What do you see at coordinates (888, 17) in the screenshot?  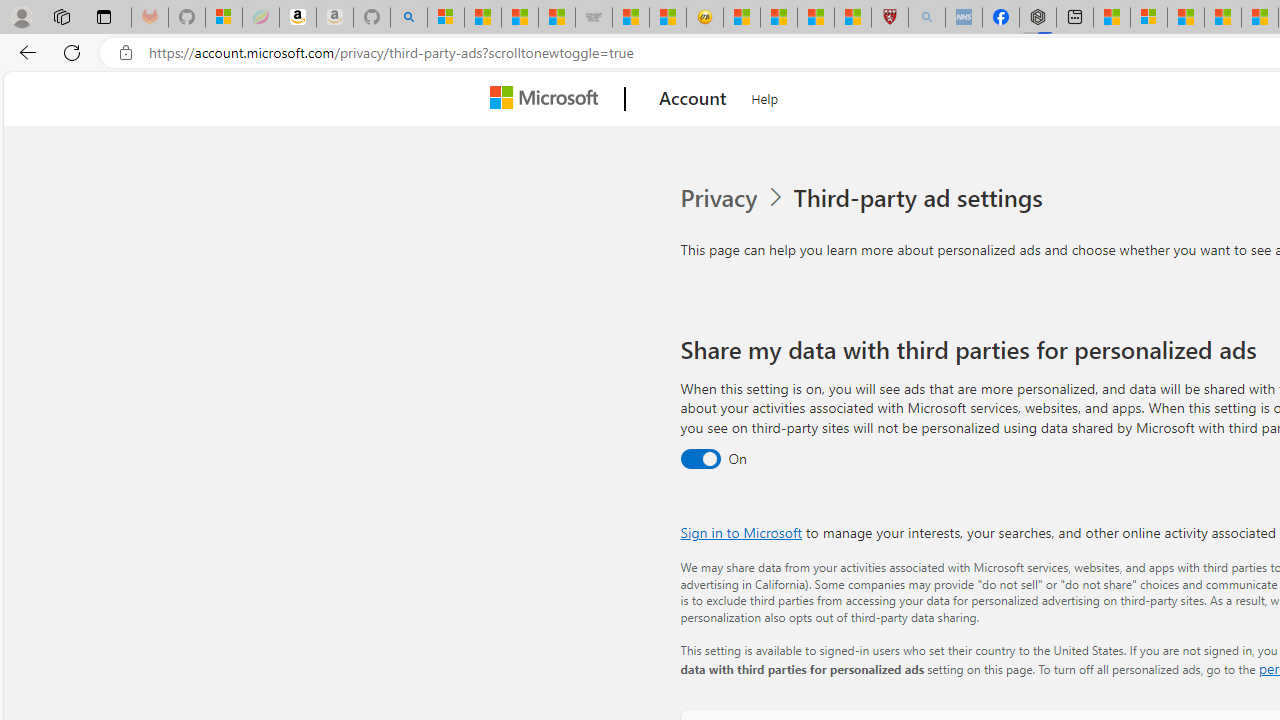 I see `'Robert H. Shmerling, MD - Harvard Health'` at bounding box center [888, 17].